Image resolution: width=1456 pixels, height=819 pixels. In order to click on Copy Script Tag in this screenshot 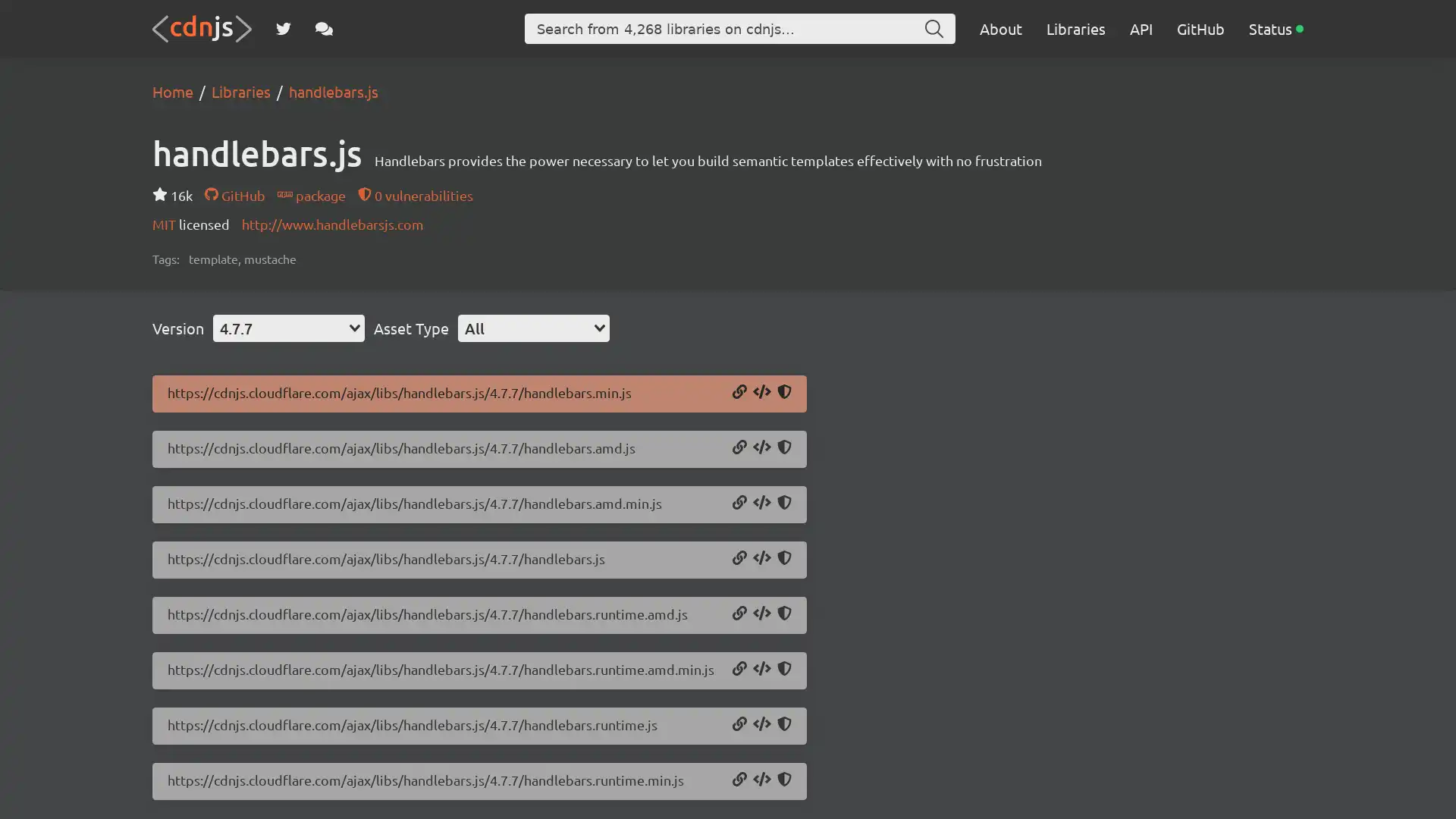, I will do `click(761, 559)`.